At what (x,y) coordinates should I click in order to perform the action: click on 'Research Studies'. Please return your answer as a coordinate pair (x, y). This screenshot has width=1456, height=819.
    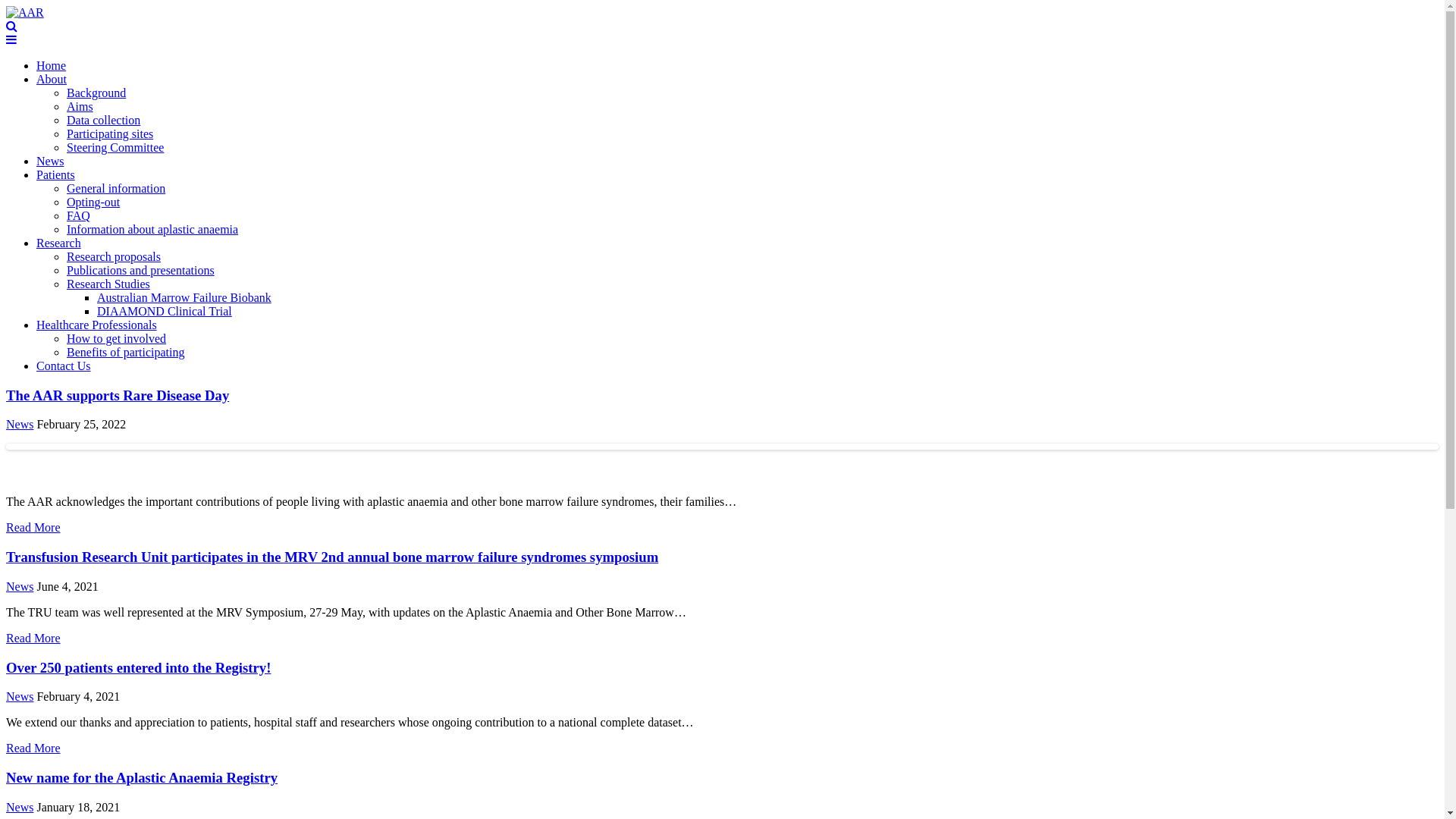
    Looking at the image, I should click on (108, 284).